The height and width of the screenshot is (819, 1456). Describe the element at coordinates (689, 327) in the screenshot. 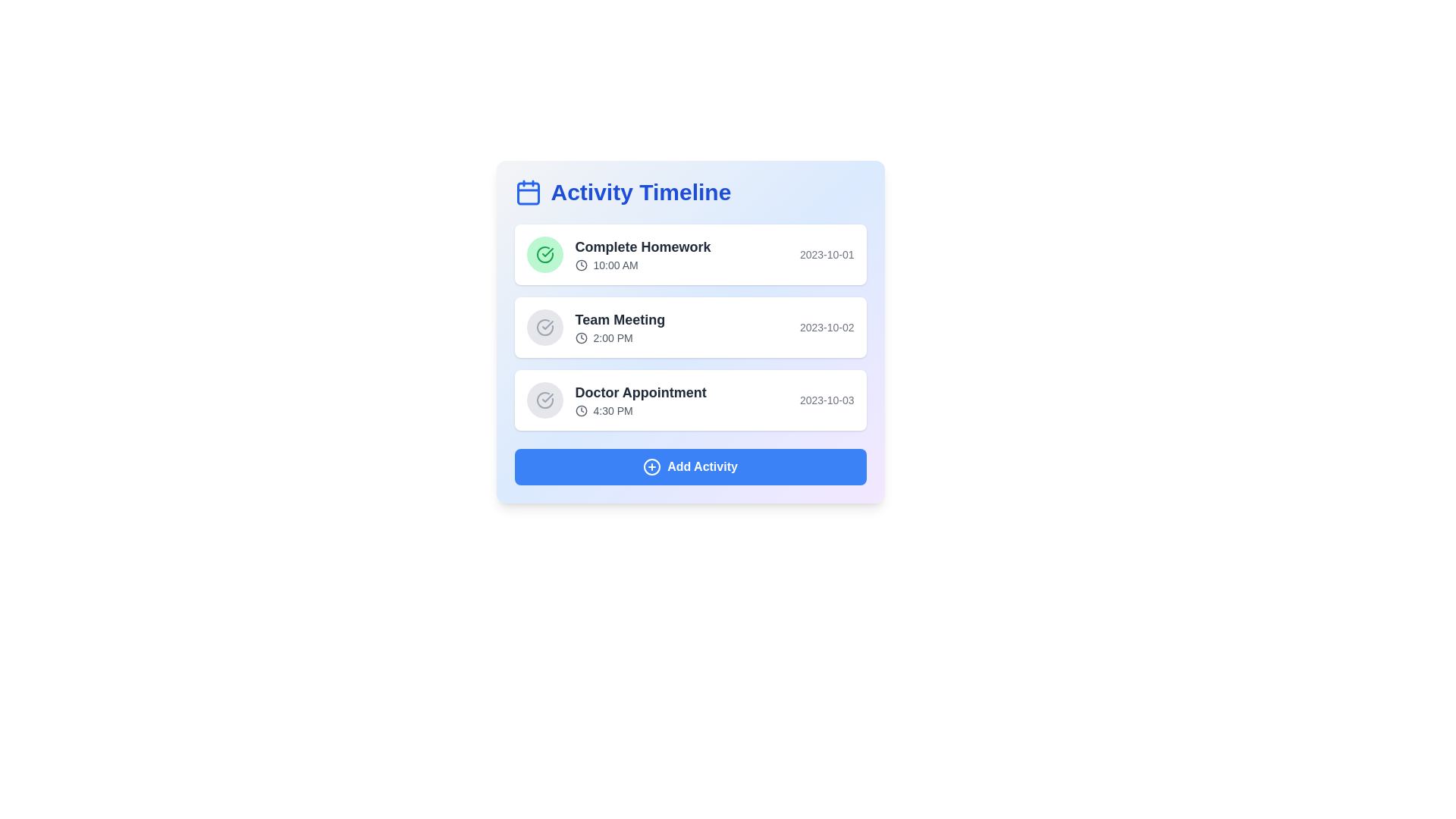

I see `the activity item corresponding to Team Meeting` at that location.